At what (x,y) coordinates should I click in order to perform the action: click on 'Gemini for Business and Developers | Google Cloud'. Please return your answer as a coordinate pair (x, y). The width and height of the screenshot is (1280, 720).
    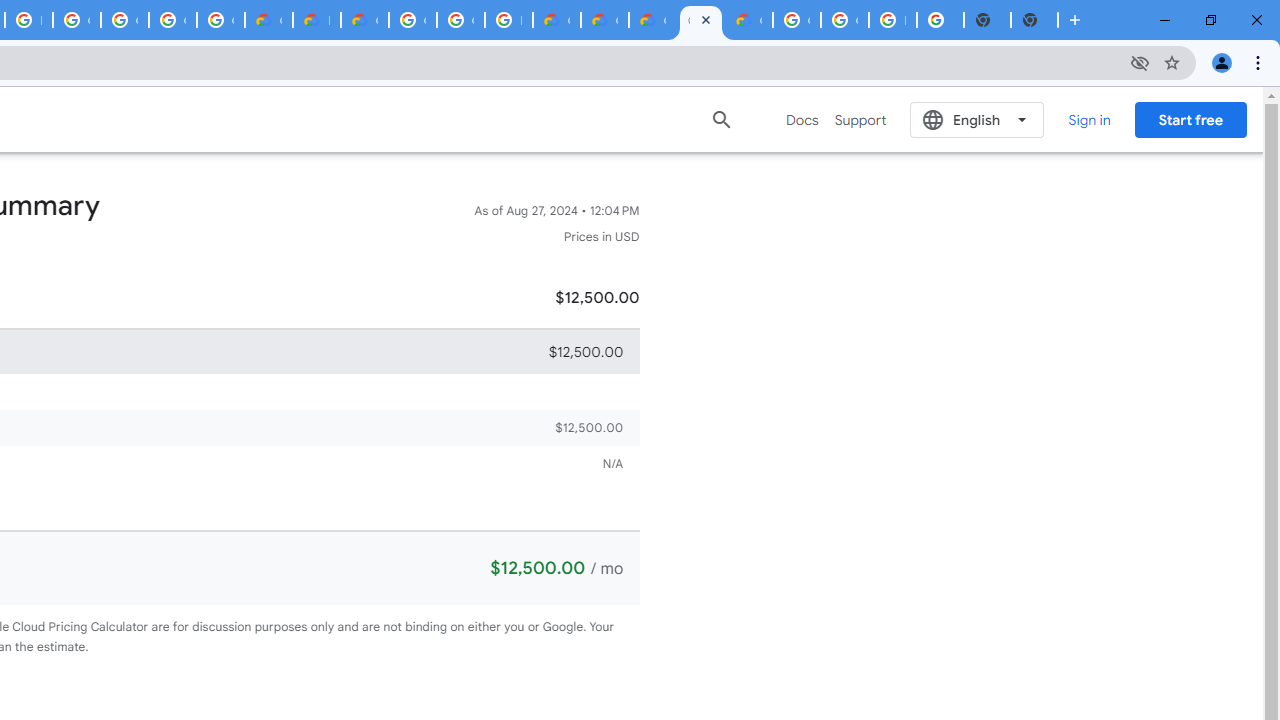
    Looking at the image, I should click on (364, 20).